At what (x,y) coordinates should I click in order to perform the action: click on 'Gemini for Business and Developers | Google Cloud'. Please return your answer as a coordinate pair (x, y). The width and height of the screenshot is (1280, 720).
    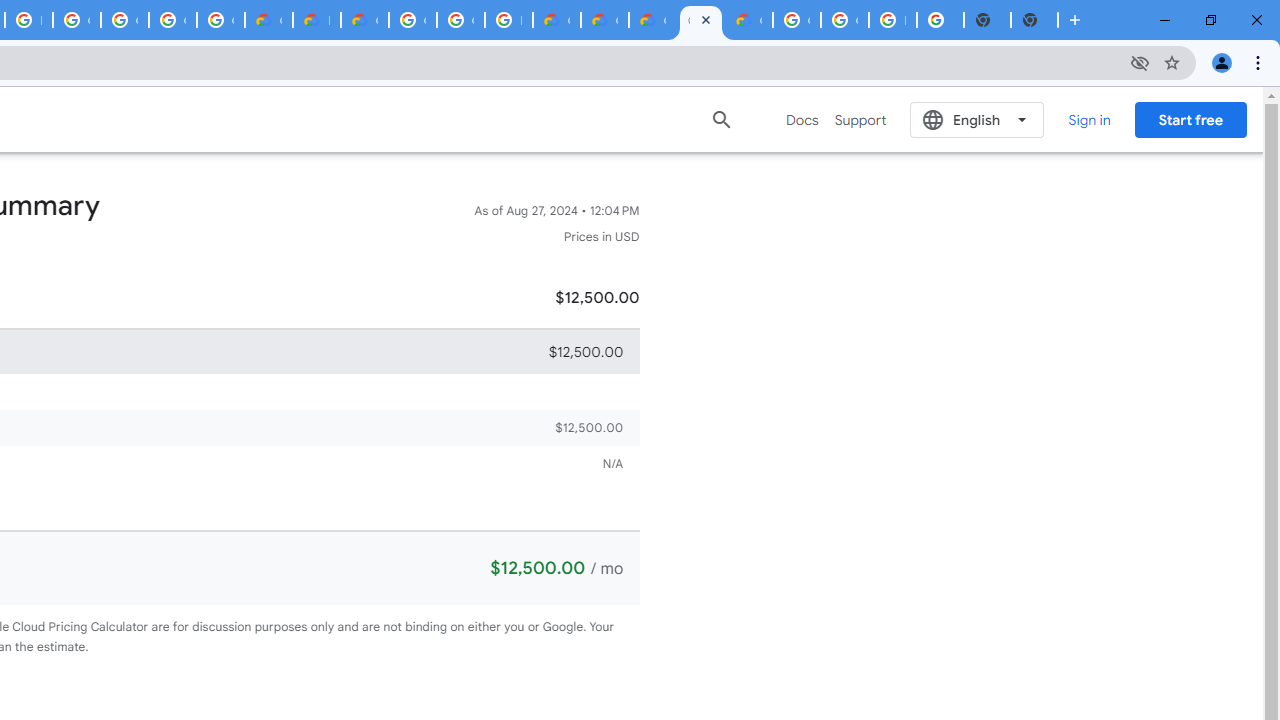
    Looking at the image, I should click on (364, 20).